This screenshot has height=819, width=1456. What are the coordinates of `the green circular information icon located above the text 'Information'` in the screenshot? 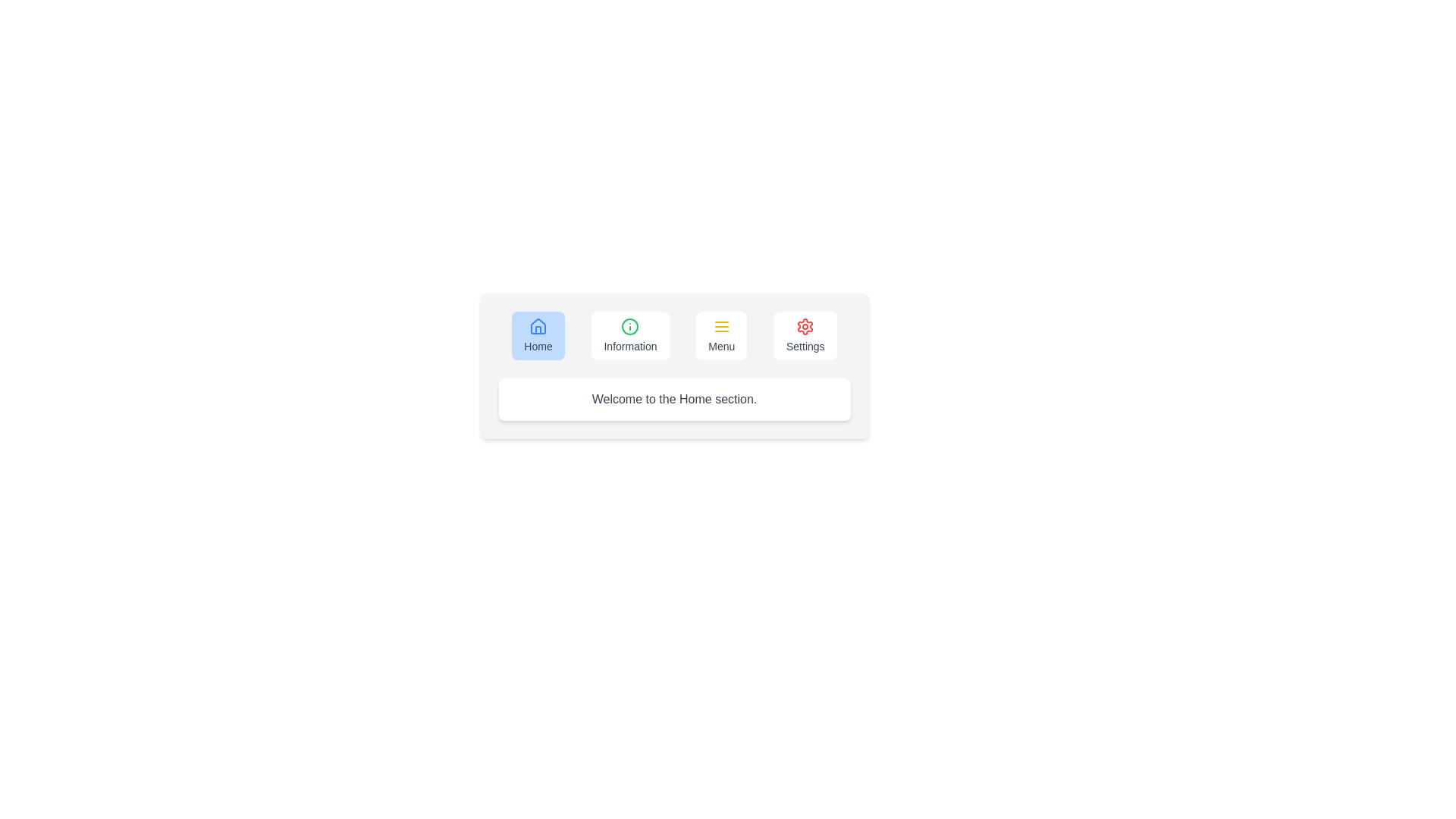 It's located at (630, 326).